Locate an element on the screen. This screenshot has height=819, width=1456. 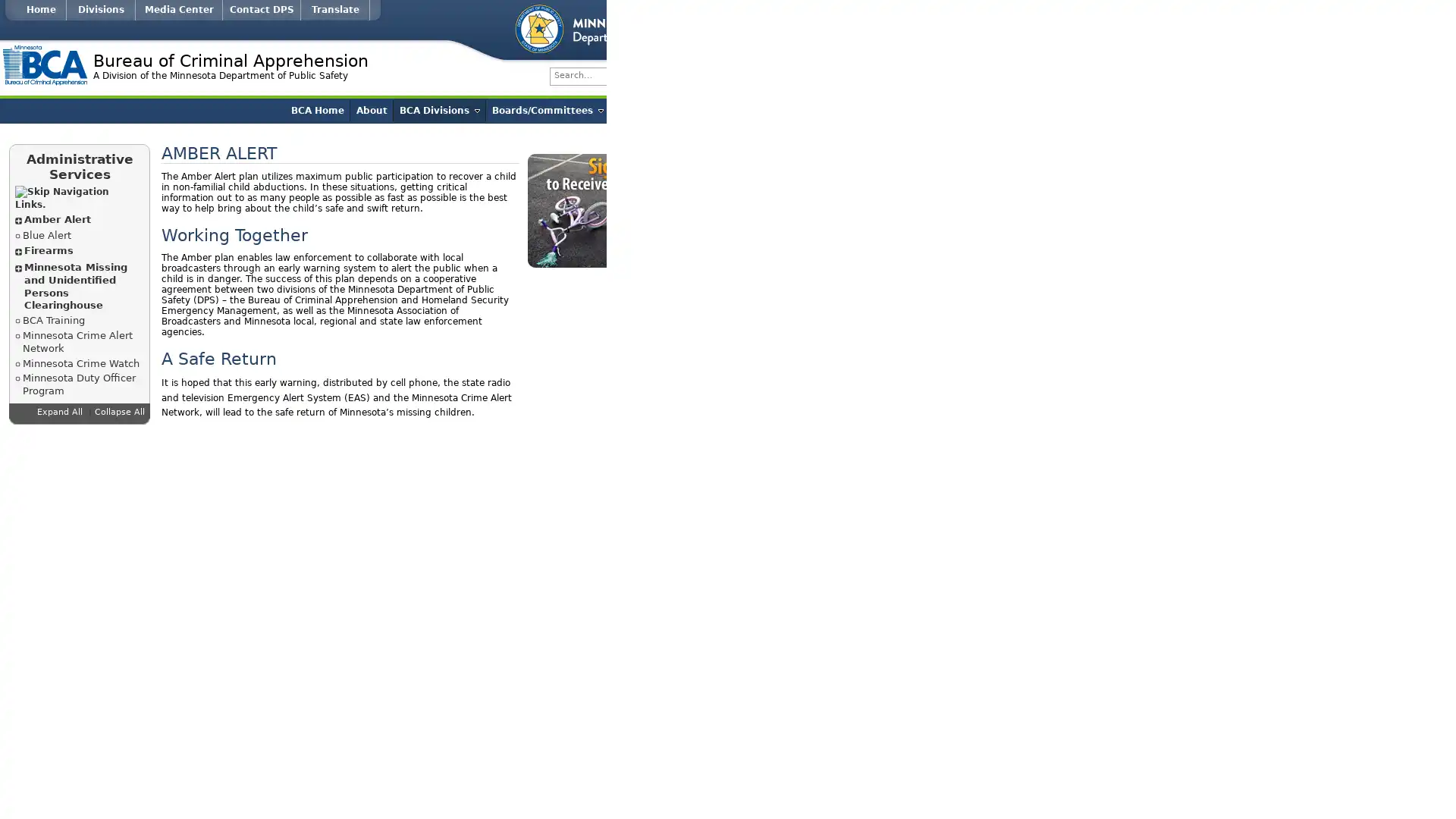
Search is located at coordinates (1078, 76).